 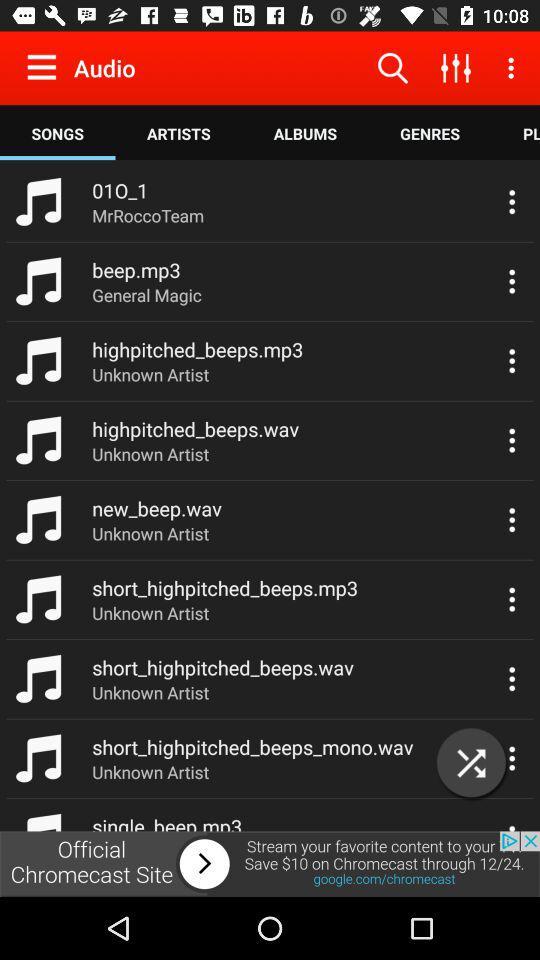 I want to click on next page botton, so click(x=270, y=863).